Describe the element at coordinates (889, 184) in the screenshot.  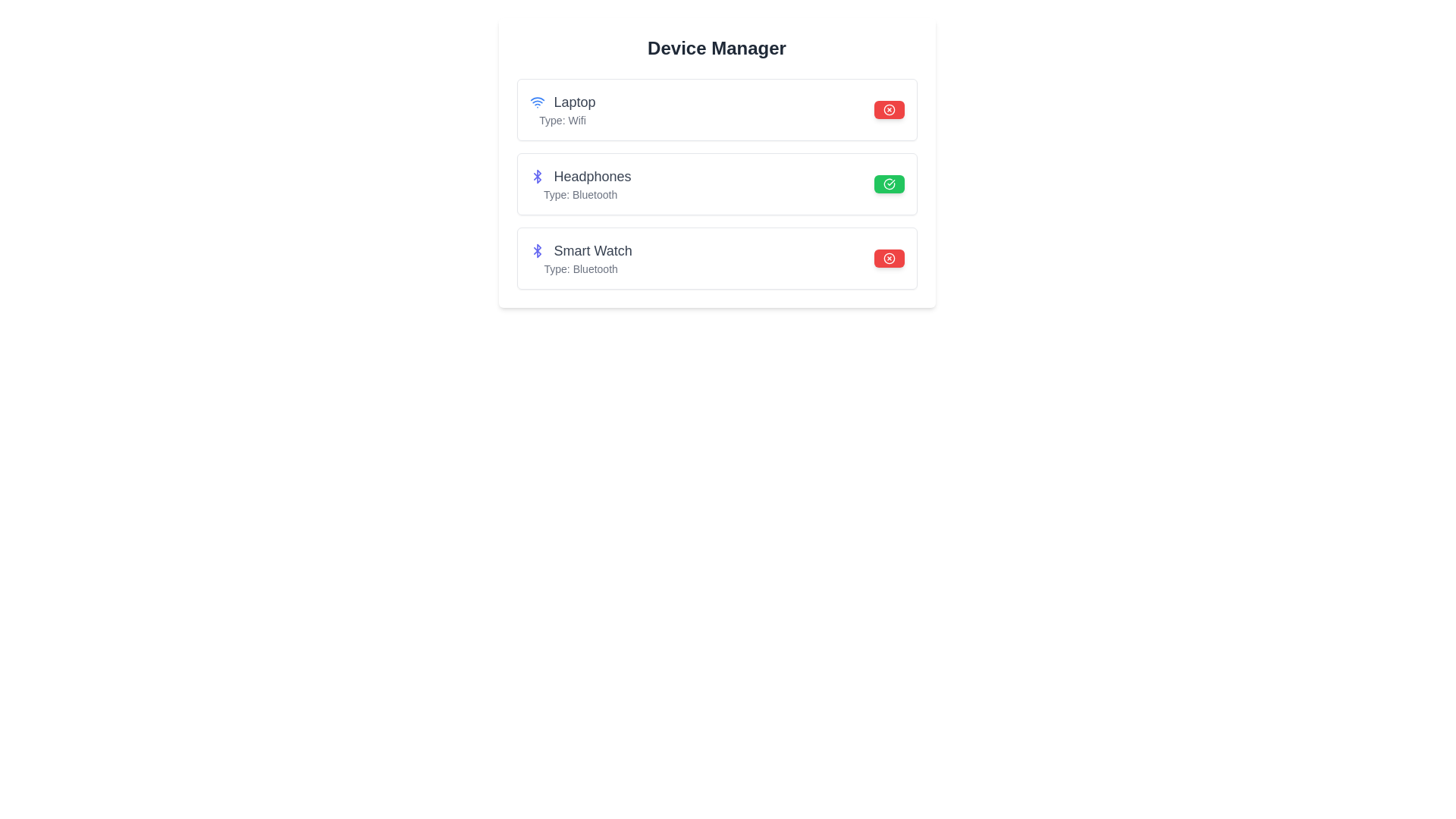
I see `the circular checkmark icon within the green button that confirms the status of the 'Headphones' entry` at that location.